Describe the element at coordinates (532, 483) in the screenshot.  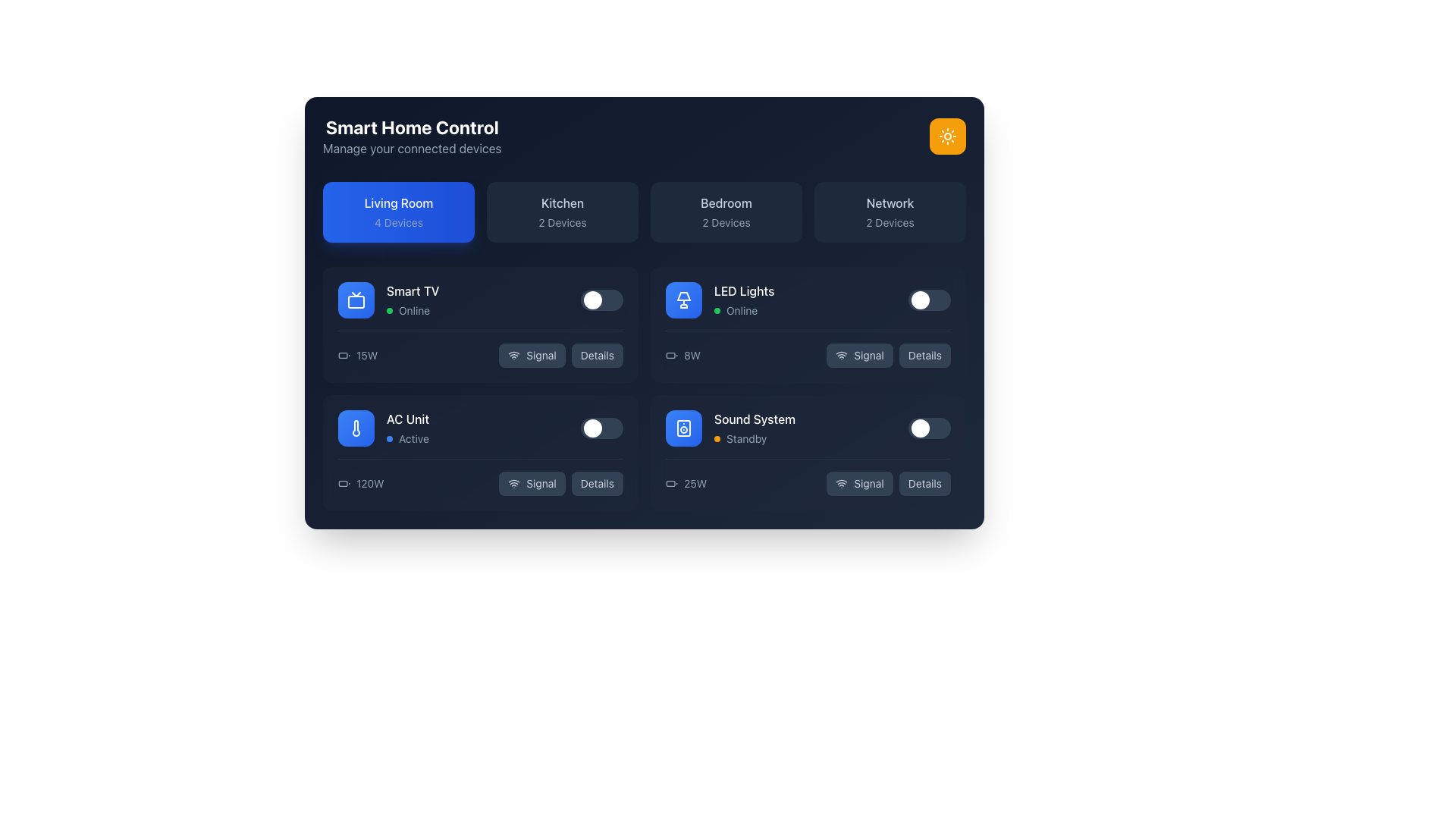
I see `the rounded 'Signal' button with a Wi-Fi icon, which has a dark slate blue background and light gray text, to trigger the tooltip or visual response` at that location.